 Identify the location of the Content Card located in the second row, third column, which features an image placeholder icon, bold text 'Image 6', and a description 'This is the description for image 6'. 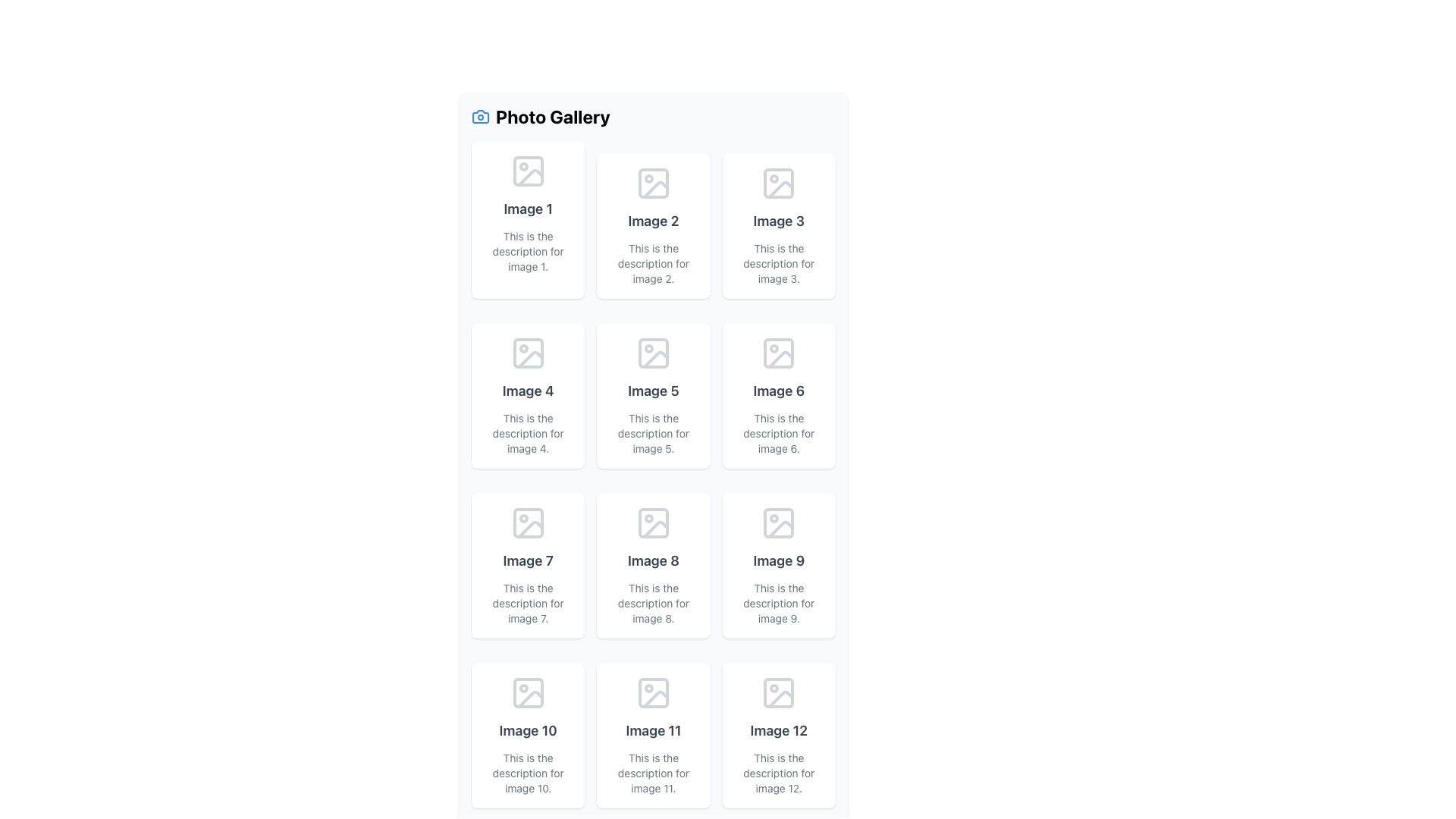
(779, 394).